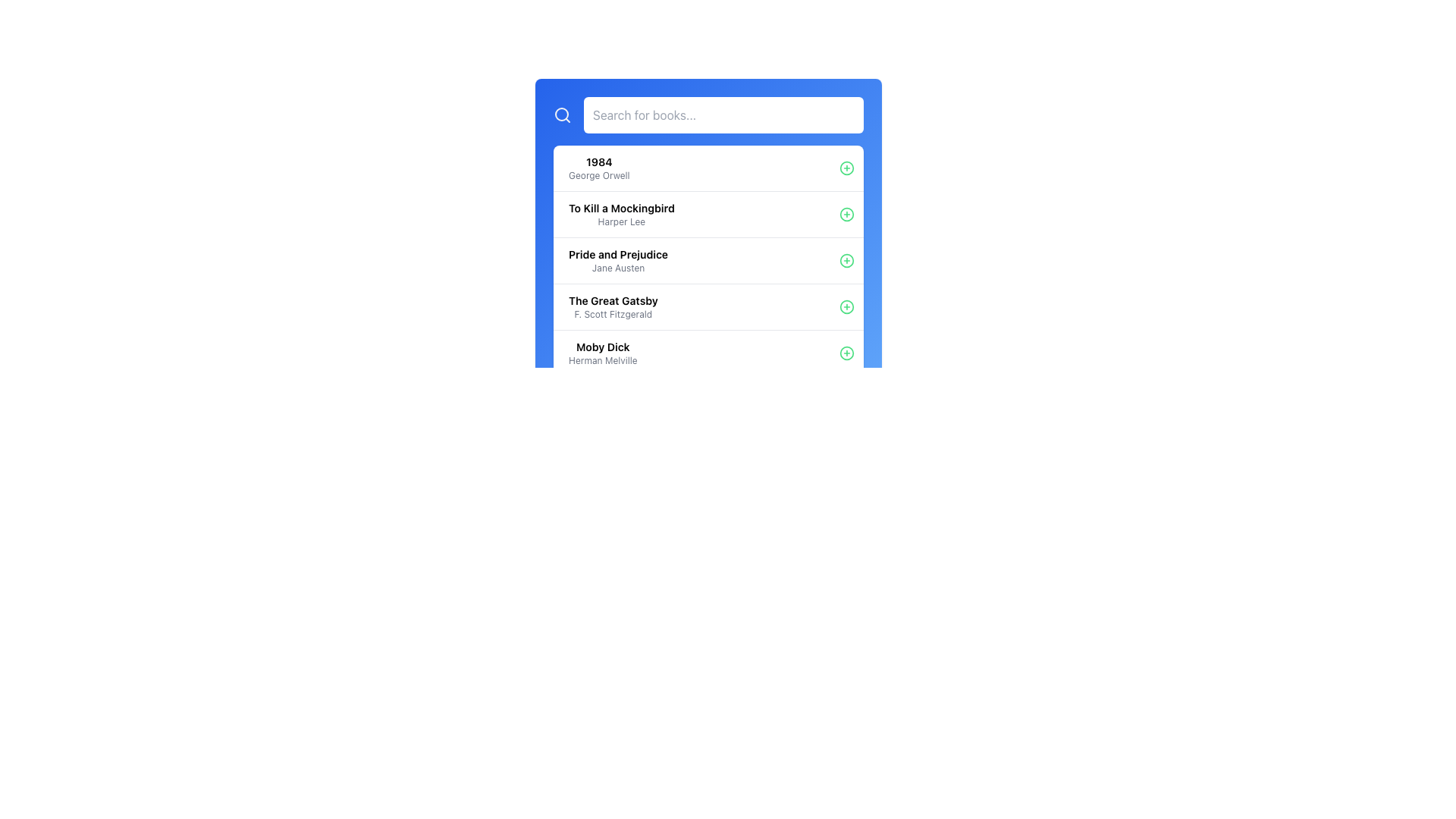 The width and height of the screenshot is (1456, 819). What do you see at coordinates (621, 214) in the screenshot?
I see `the Text Display element that shows the book title and author's name, specifically the second item in the vertical list` at bounding box center [621, 214].